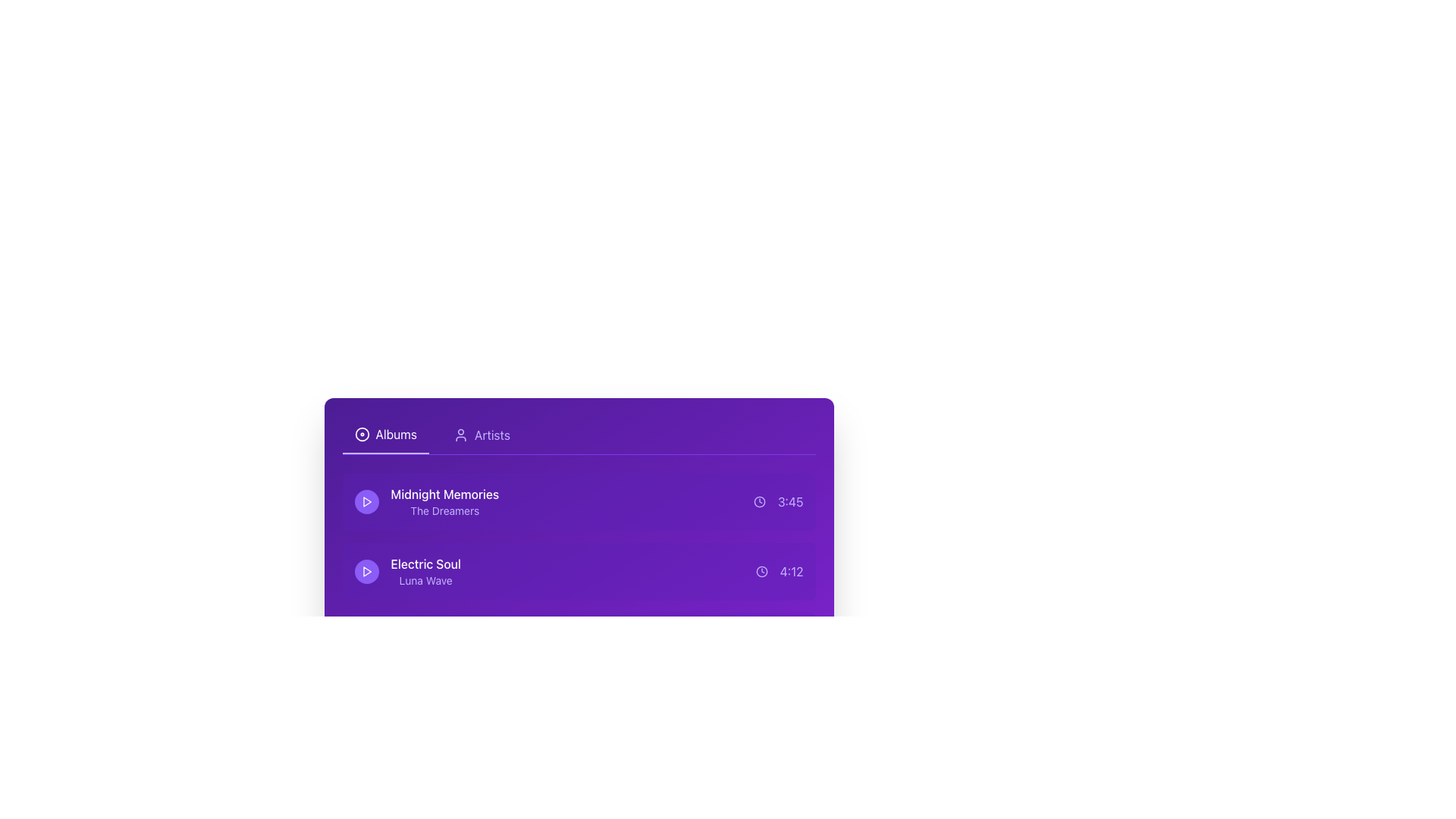 The height and width of the screenshot is (819, 1456). Describe the element at coordinates (407, 571) in the screenshot. I see `to select the label 'Electric Soul' with associated metadata, which is styled with a medium-weight font and is located in a purple panel` at that location.